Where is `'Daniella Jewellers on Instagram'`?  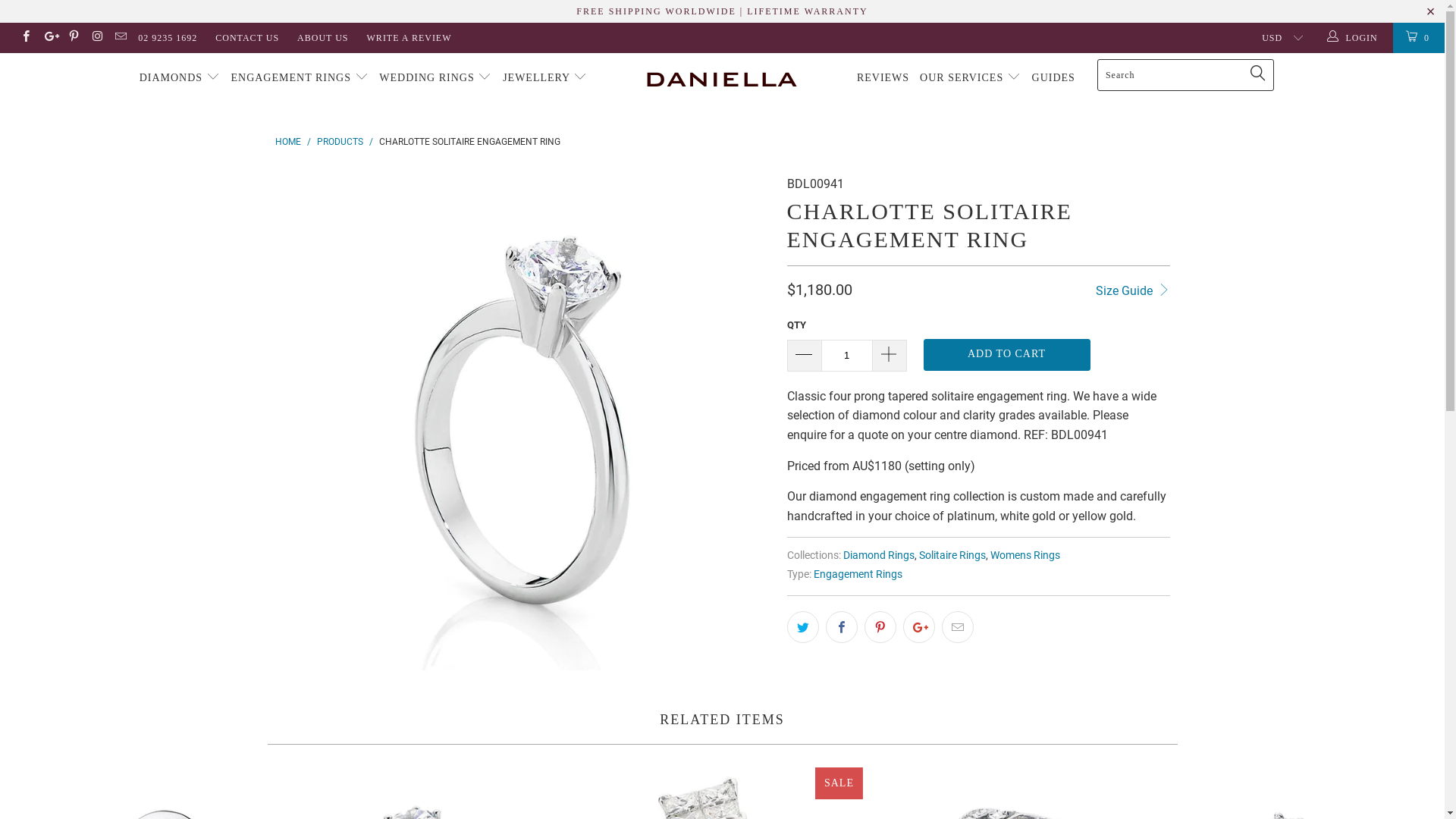
'Daniella Jewellers on Instagram' is located at coordinates (89, 37).